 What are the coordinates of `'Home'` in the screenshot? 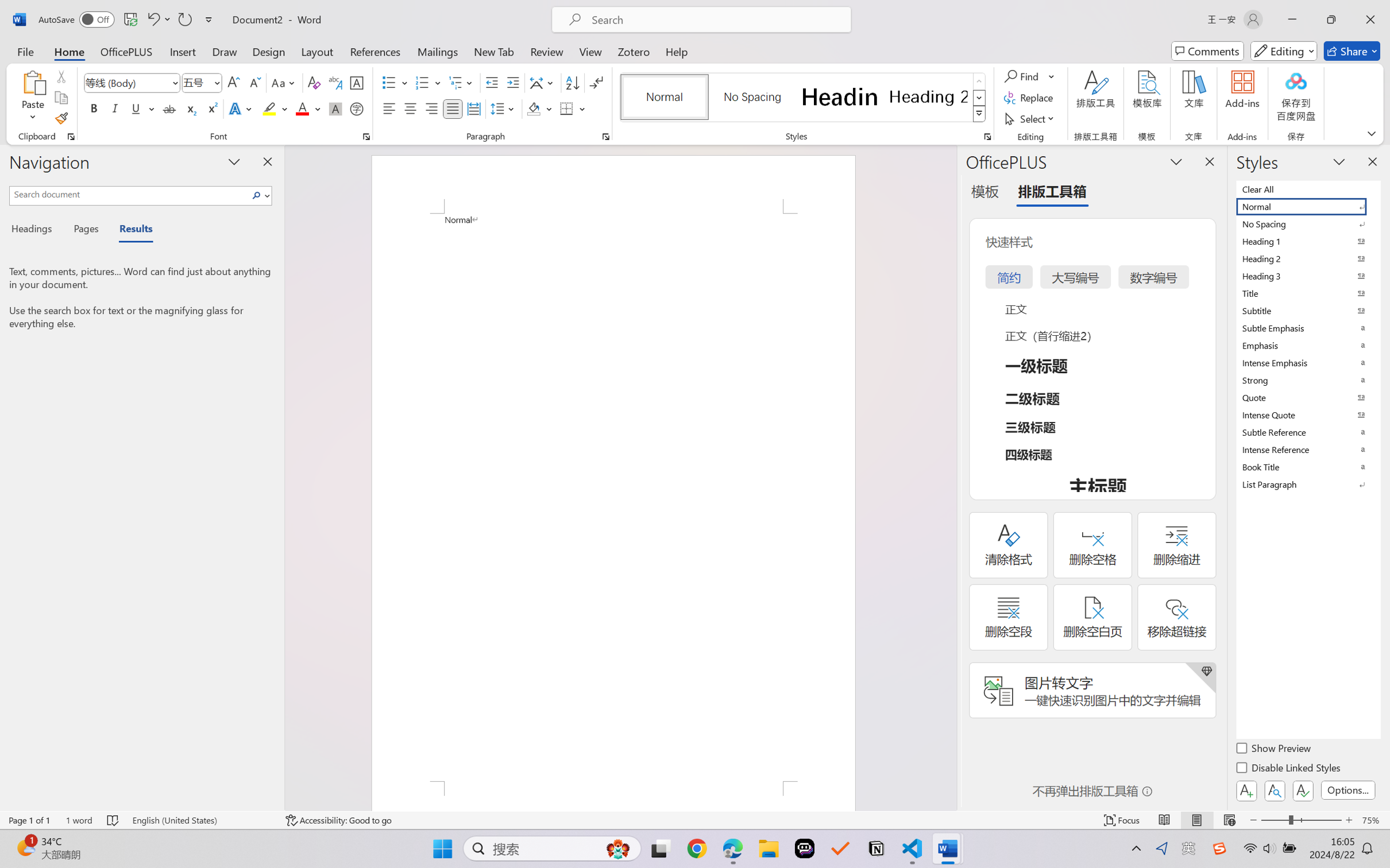 It's located at (69, 51).